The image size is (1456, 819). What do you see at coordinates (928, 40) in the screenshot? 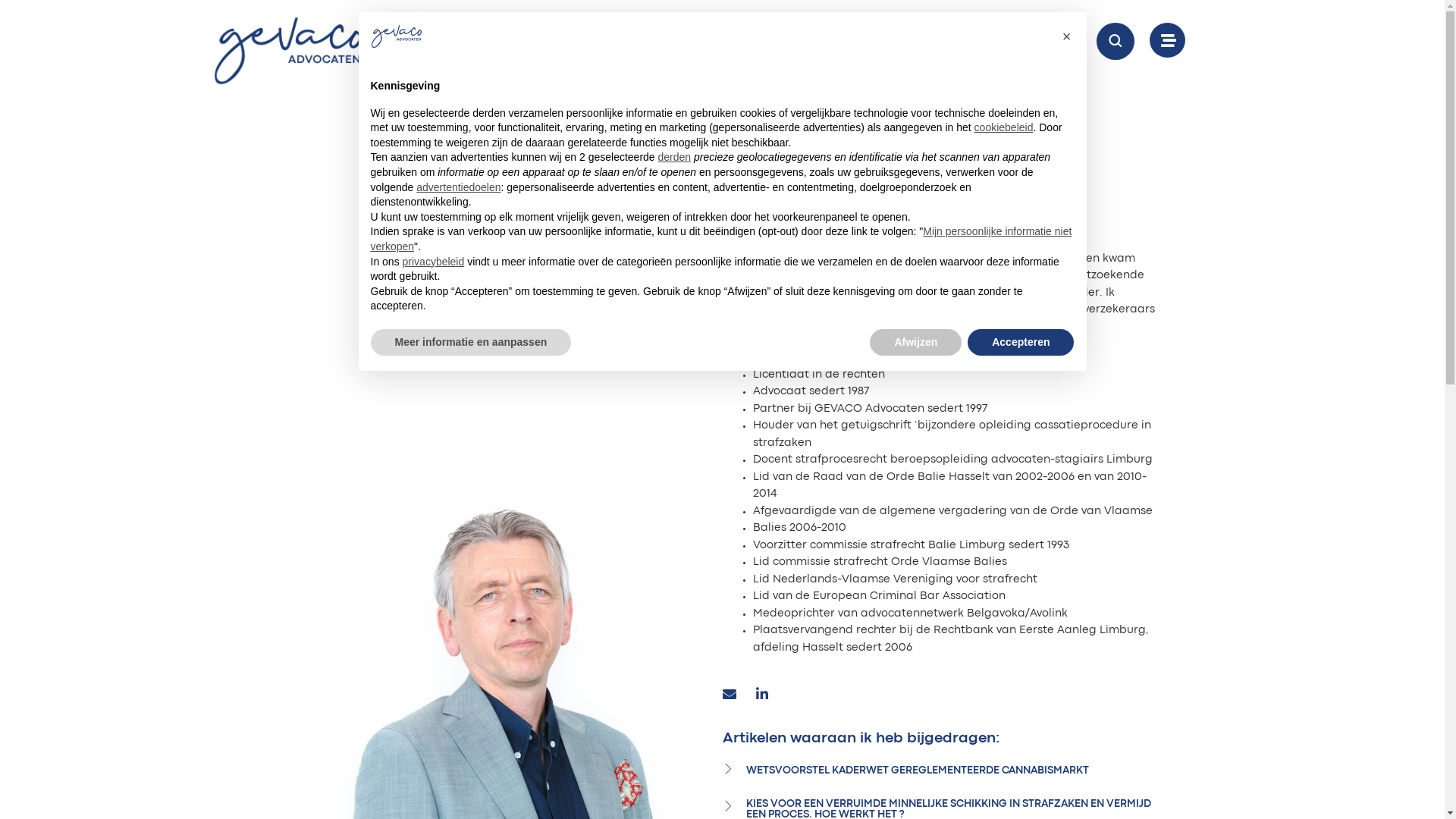
I see `'CONTACTEER ONS'` at bounding box center [928, 40].